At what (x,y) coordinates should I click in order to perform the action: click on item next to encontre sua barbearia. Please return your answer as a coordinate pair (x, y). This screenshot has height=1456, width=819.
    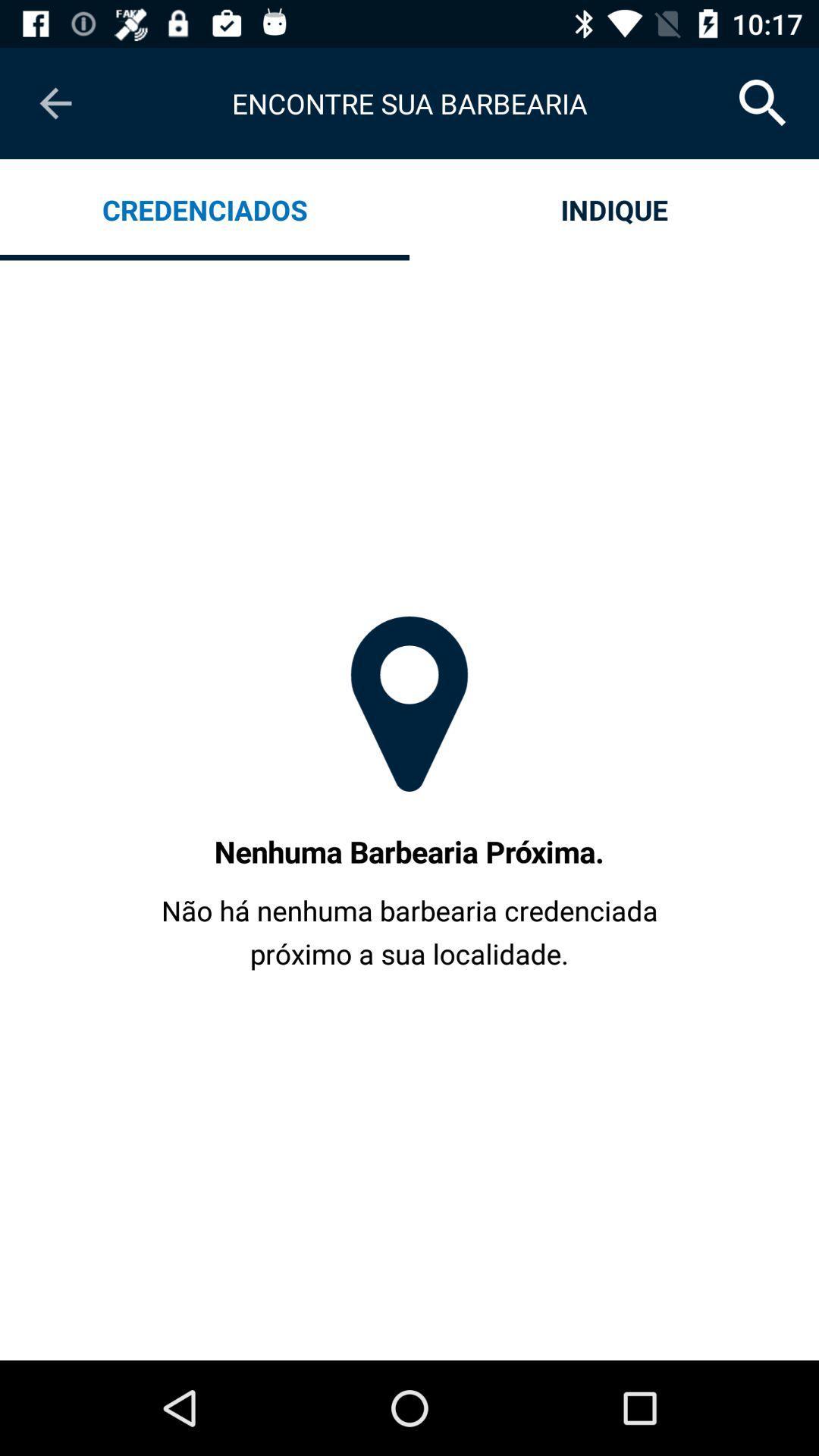
    Looking at the image, I should click on (55, 102).